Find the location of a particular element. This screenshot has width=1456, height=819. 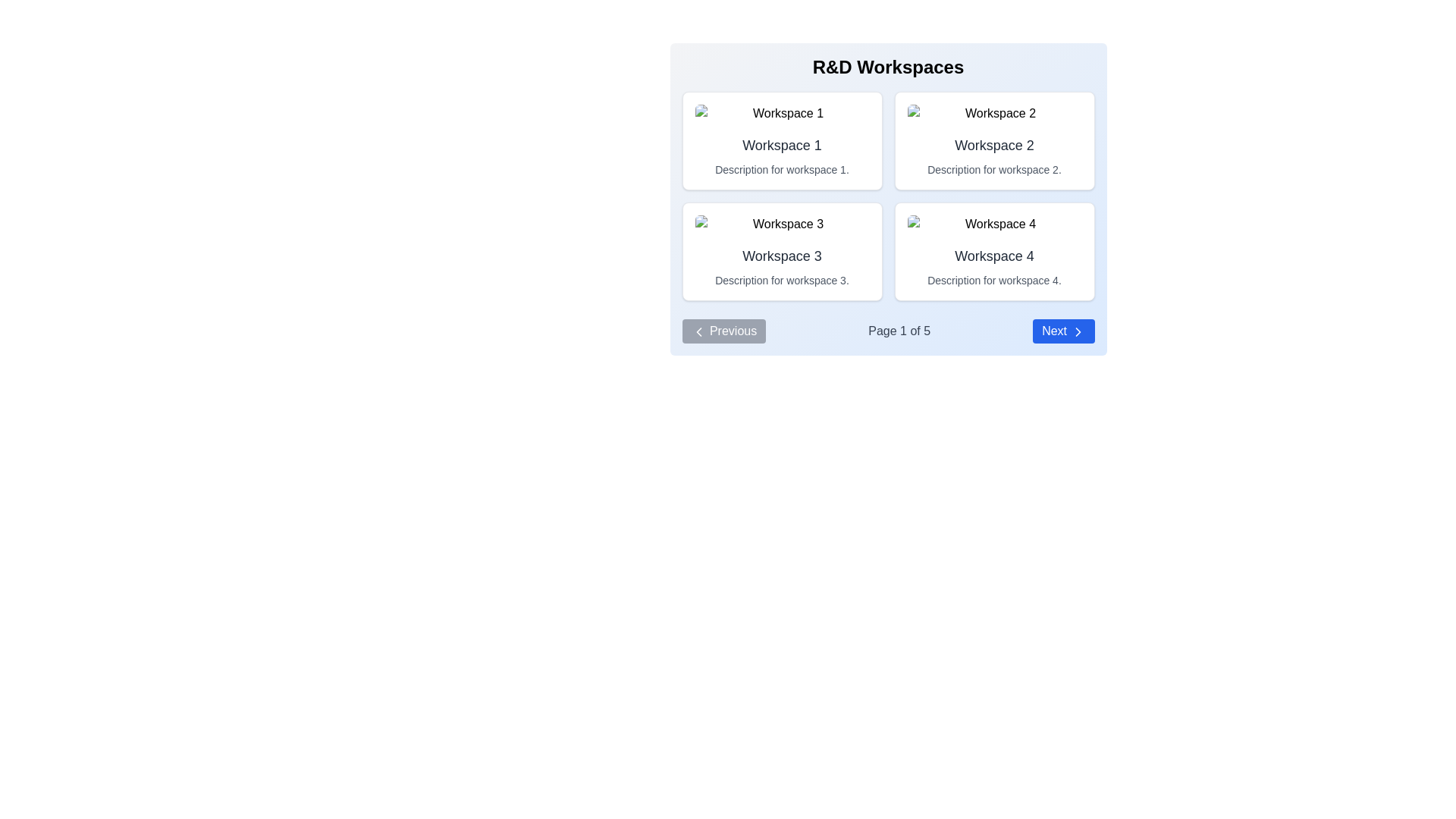

the rightward chevron icon in the 'Next' button located at the bottom right corner of the interface is located at coordinates (1077, 331).